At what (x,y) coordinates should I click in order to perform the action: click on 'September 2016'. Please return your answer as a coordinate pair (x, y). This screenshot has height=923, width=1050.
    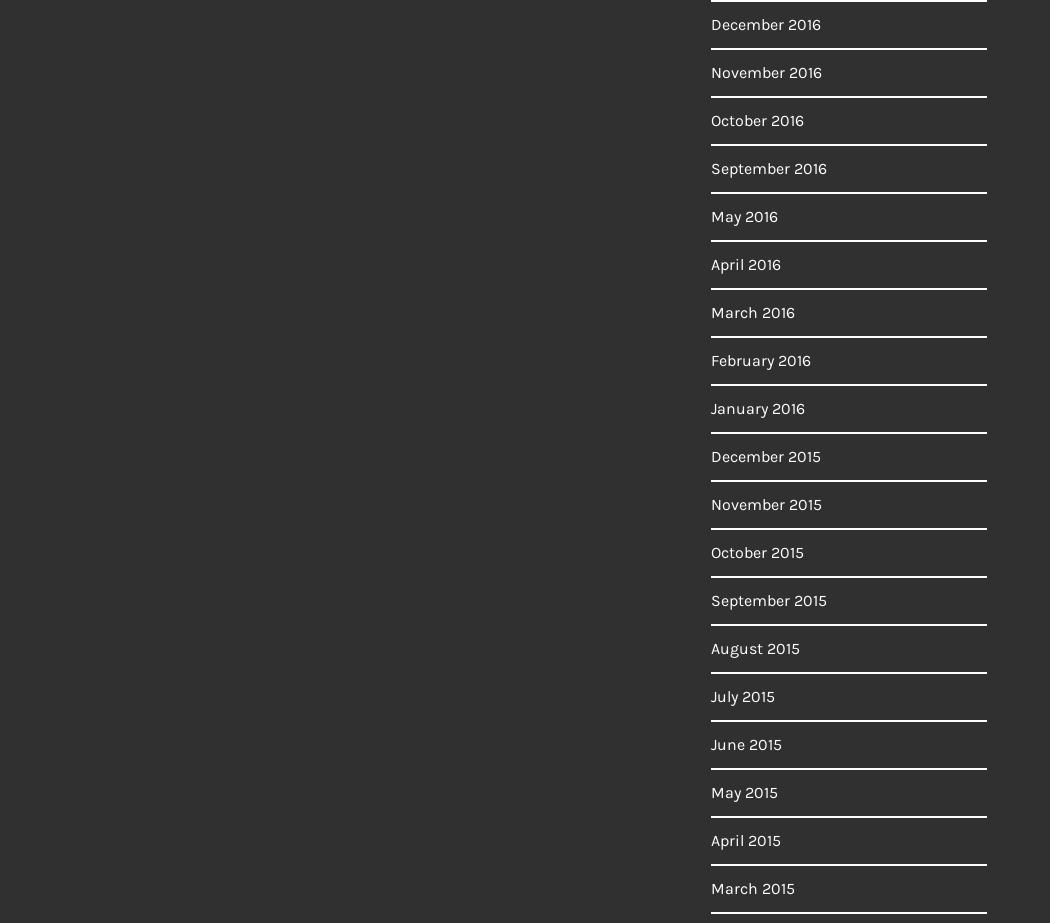
    Looking at the image, I should click on (769, 168).